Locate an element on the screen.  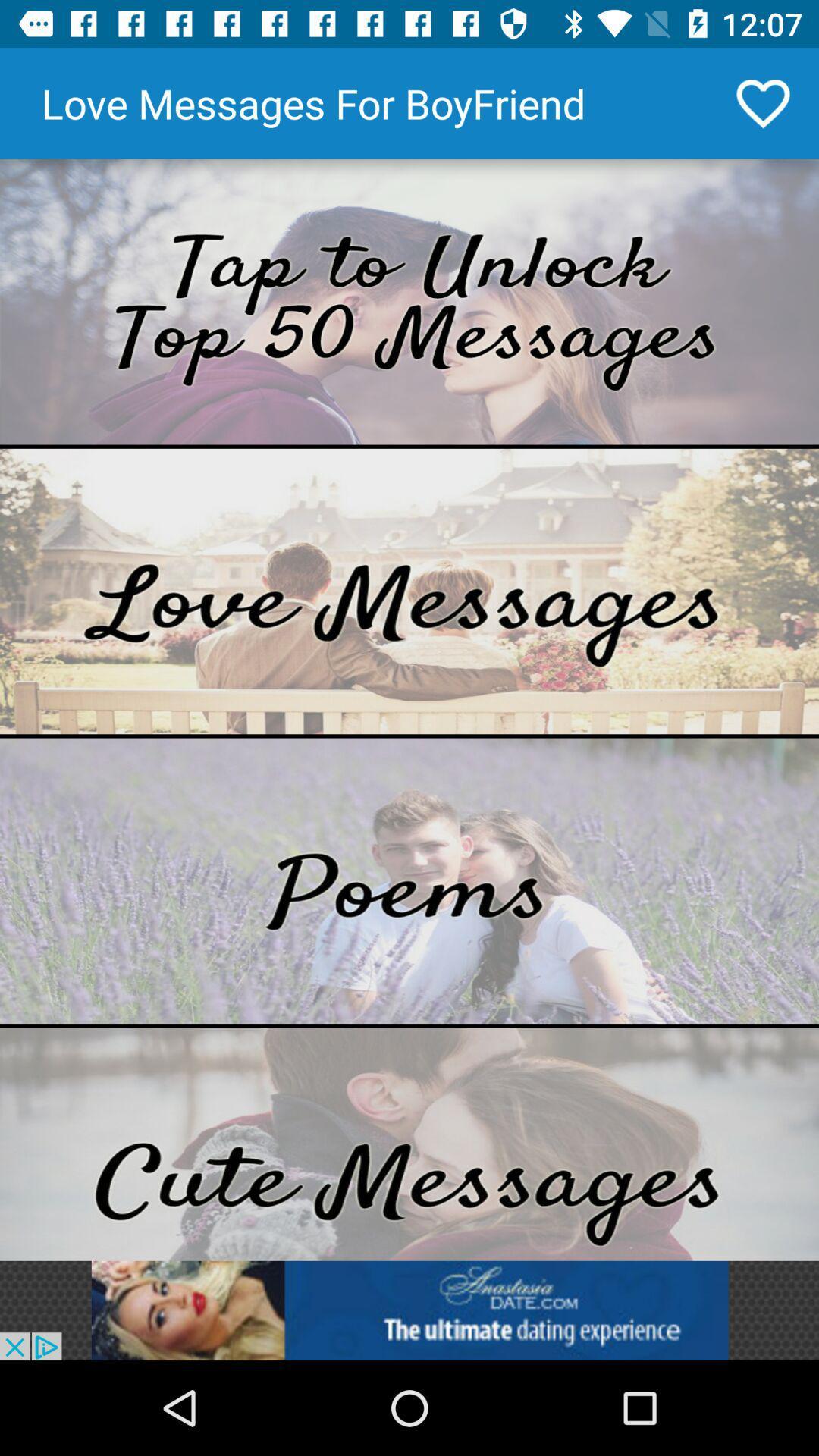
love messages button is located at coordinates (409, 590).